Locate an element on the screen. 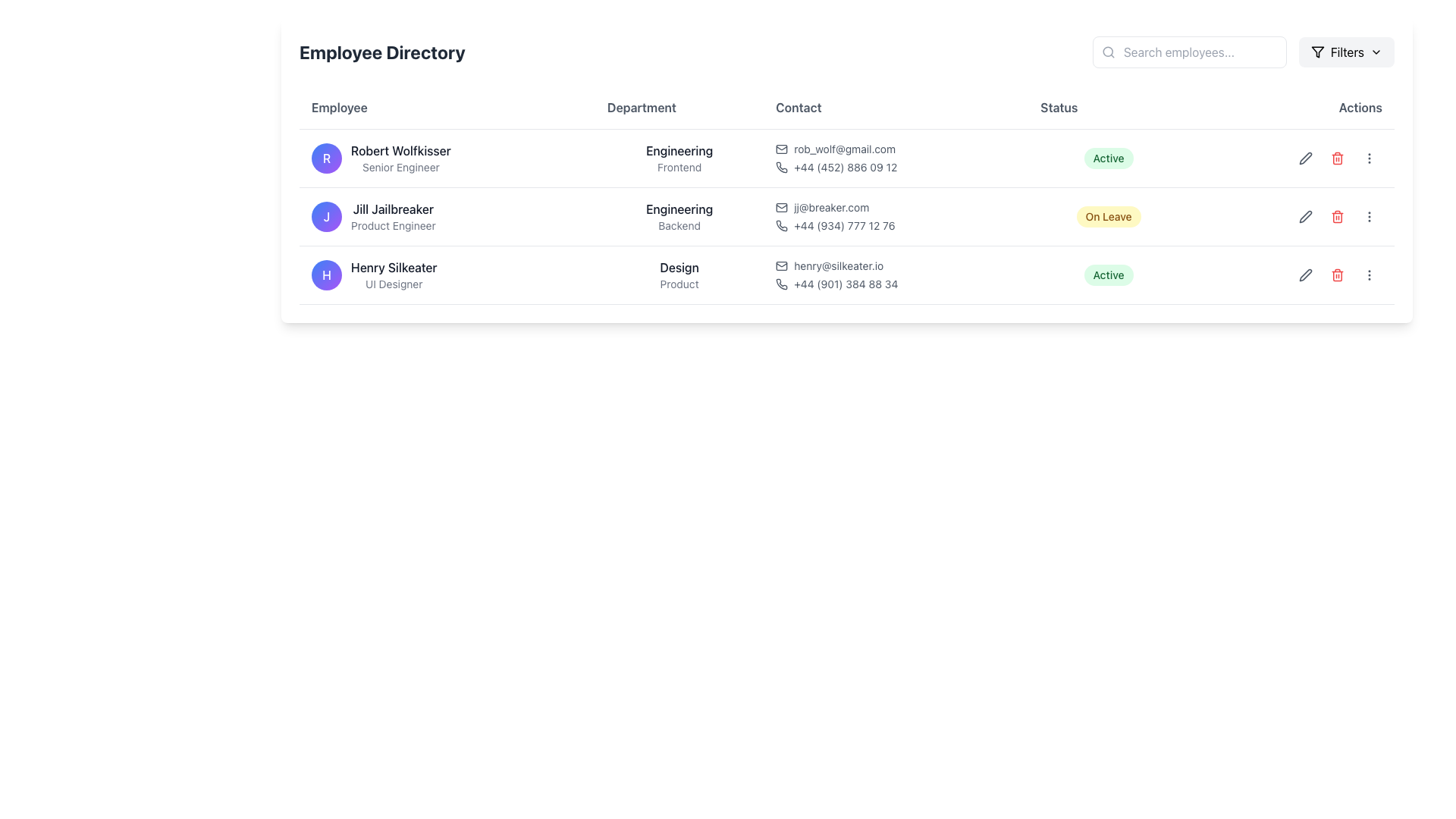 The width and height of the screenshot is (1456, 819). the delete icon button located in the Actions column of the third row of the Employee Directory table to initiate a delete action is located at coordinates (1337, 158).